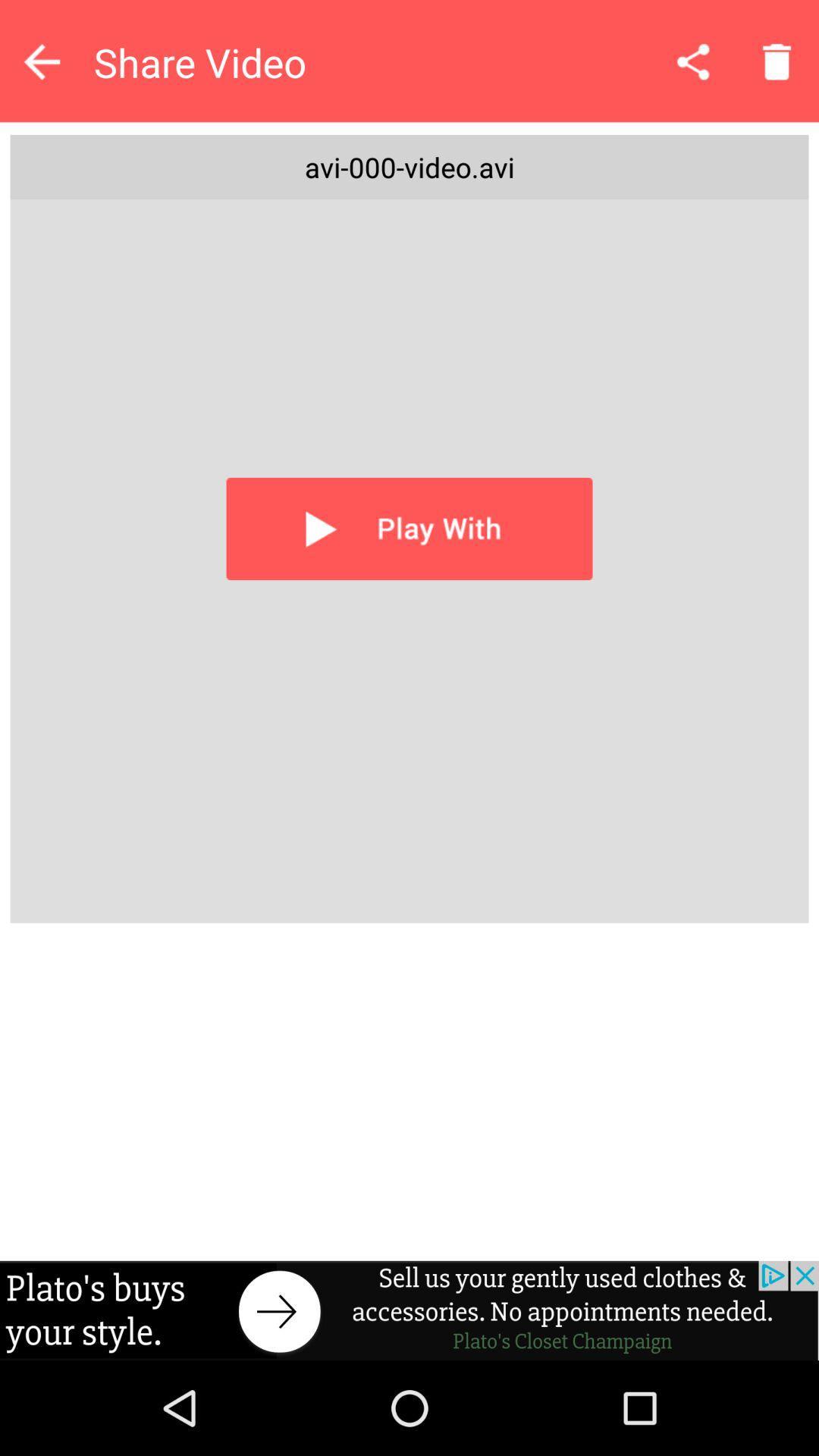  I want to click on share the video, so click(693, 61).